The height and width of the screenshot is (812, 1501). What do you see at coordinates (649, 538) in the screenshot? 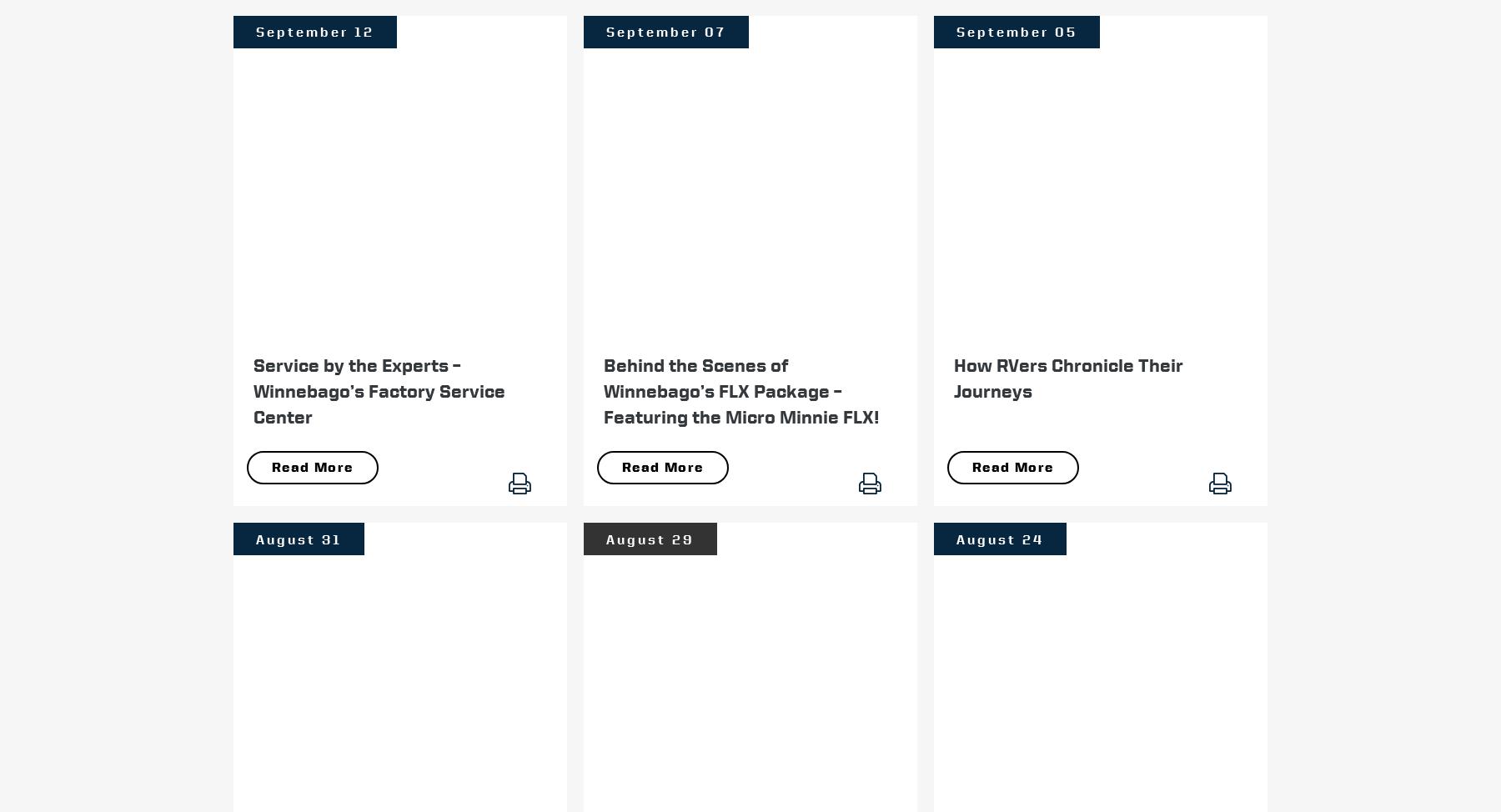
I see `'August 29'` at bounding box center [649, 538].